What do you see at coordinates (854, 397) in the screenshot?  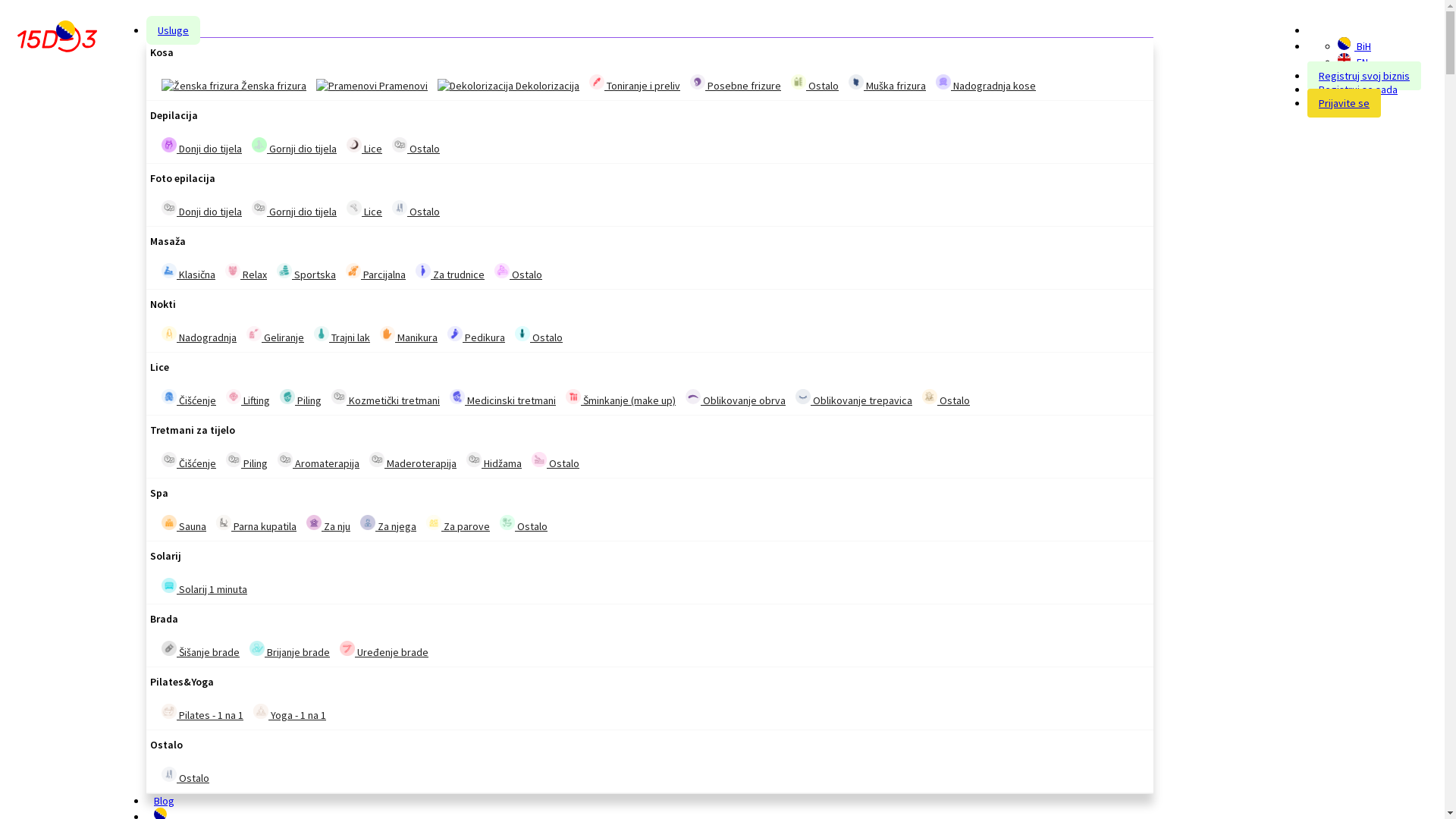 I see `'Oblikovanje trepavica'` at bounding box center [854, 397].